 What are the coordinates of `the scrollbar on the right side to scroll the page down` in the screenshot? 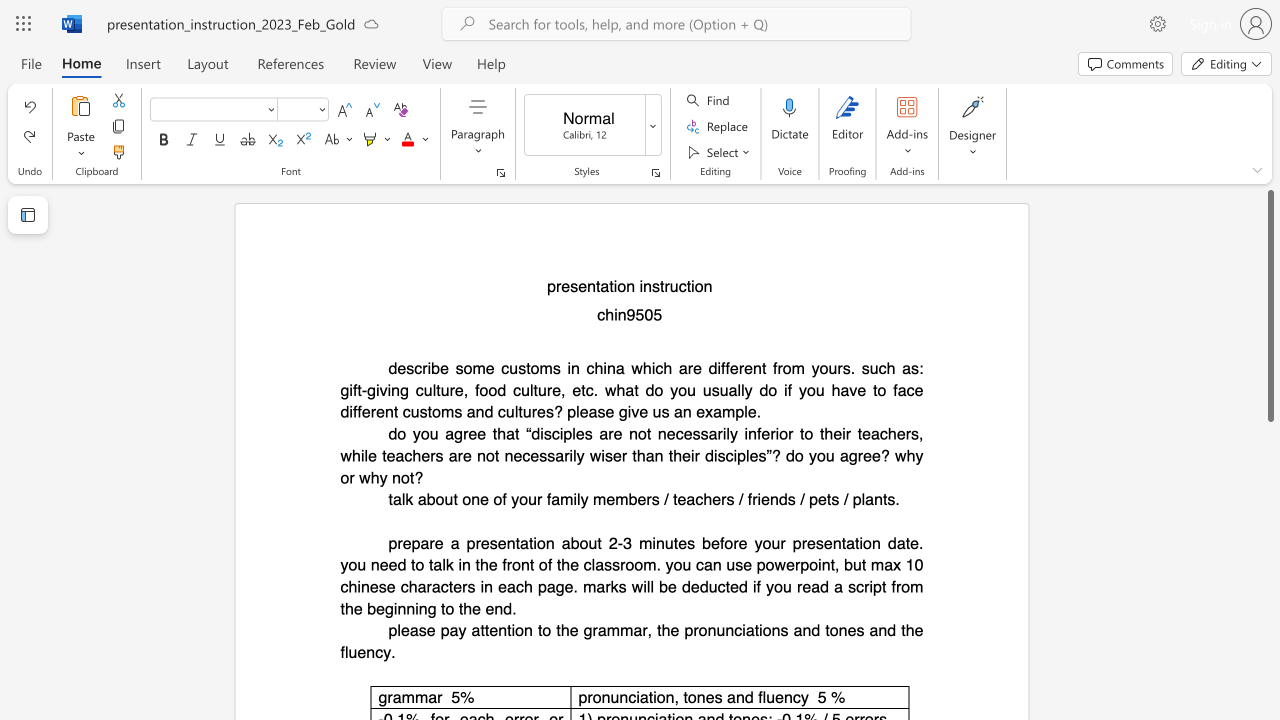 It's located at (1269, 550).